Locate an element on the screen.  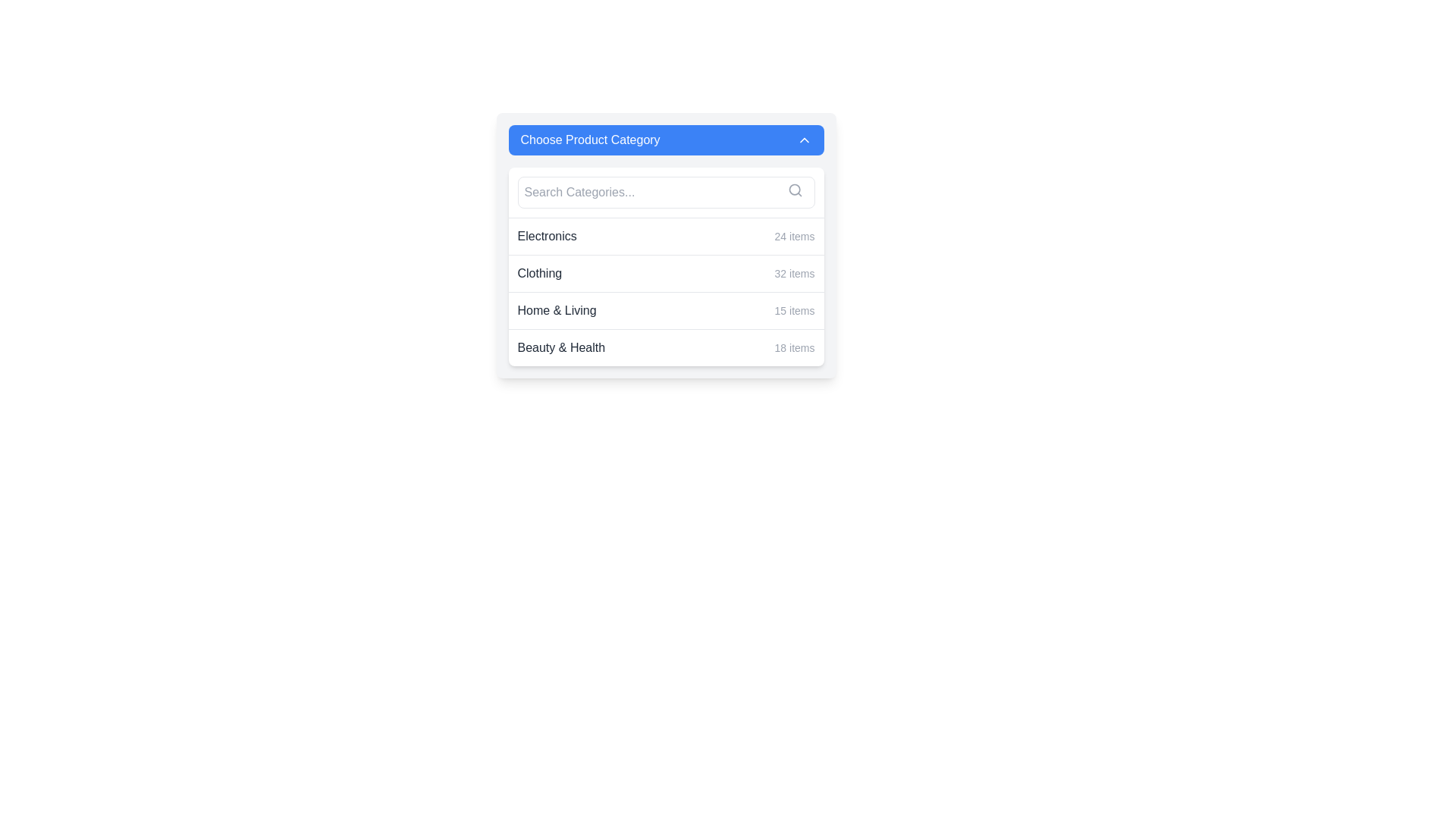
the first list item in the category selector box that displays 'Electronics' with '24 items' available to visualize the hover effect is located at coordinates (666, 237).